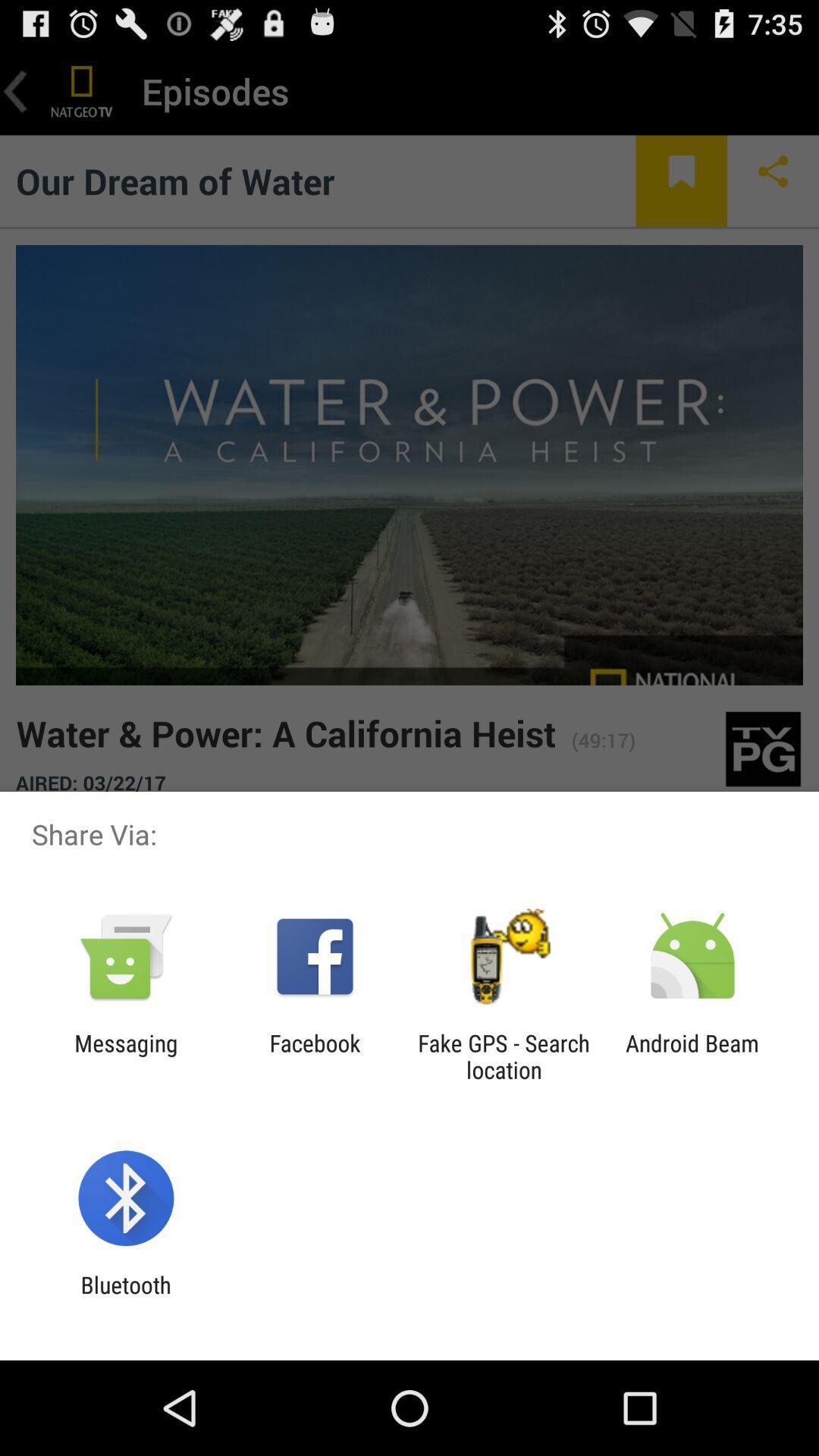 The width and height of the screenshot is (819, 1456). Describe the element at coordinates (692, 1056) in the screenshot. I see `android beam icon` at that location.